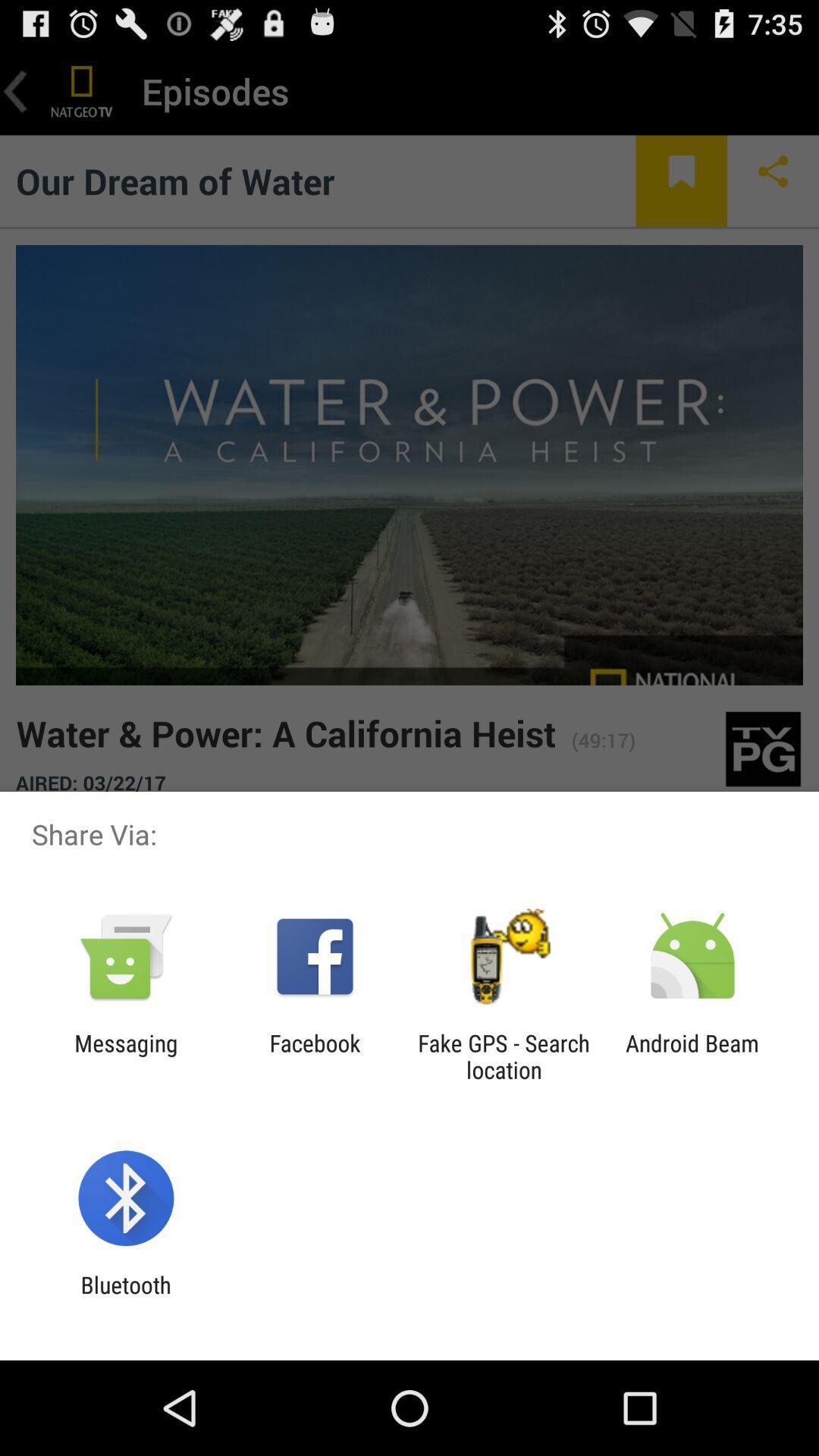 The width and height of the screenshot is (819, 1456). Describe the element at coordinates (692, 1056) in the screenshot. I see `android beam icon` at that location.